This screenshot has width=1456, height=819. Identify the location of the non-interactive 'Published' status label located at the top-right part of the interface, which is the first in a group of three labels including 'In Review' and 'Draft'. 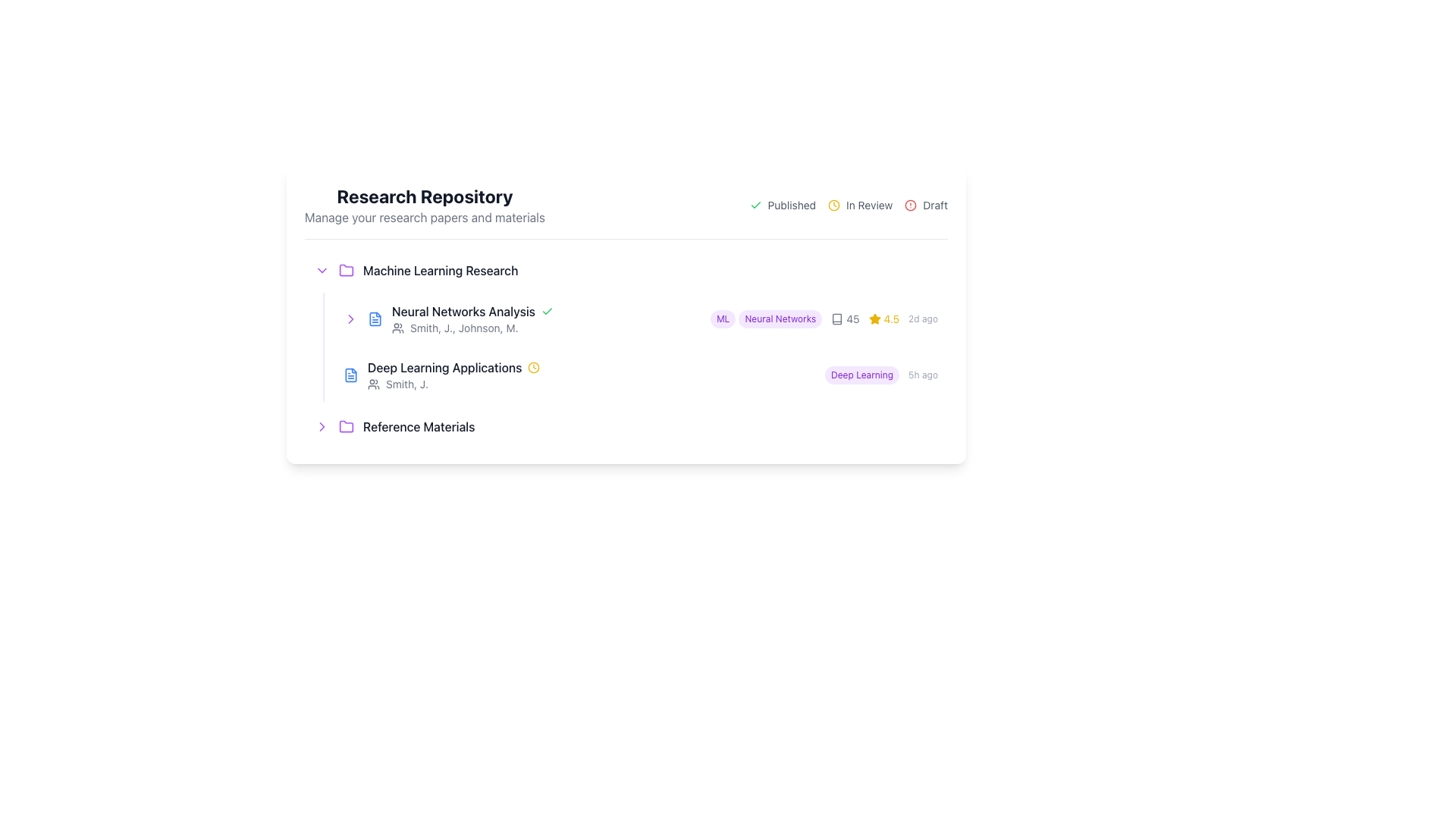
(783, 205).